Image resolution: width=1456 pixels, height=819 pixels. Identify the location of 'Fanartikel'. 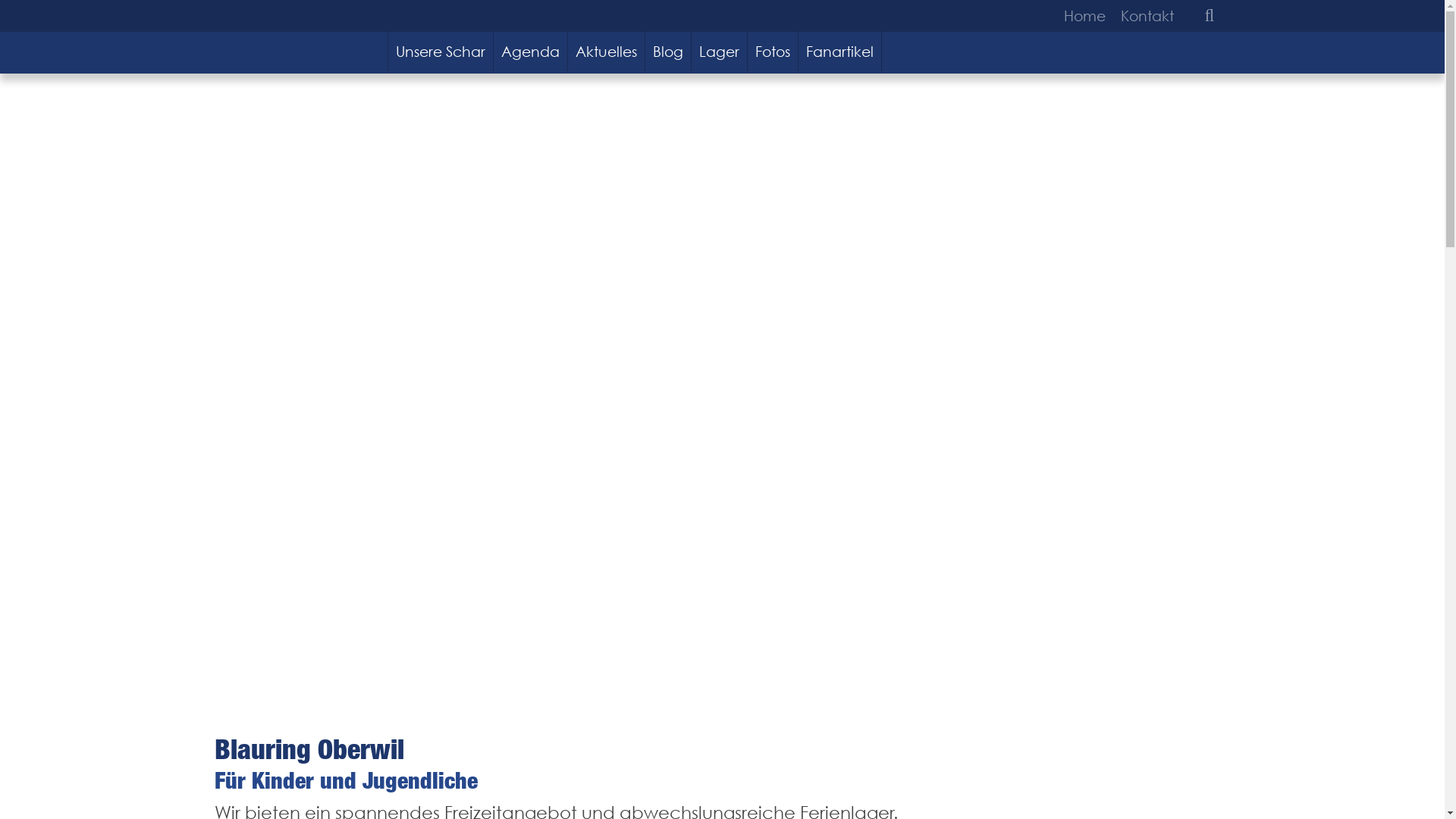
(839, 51).